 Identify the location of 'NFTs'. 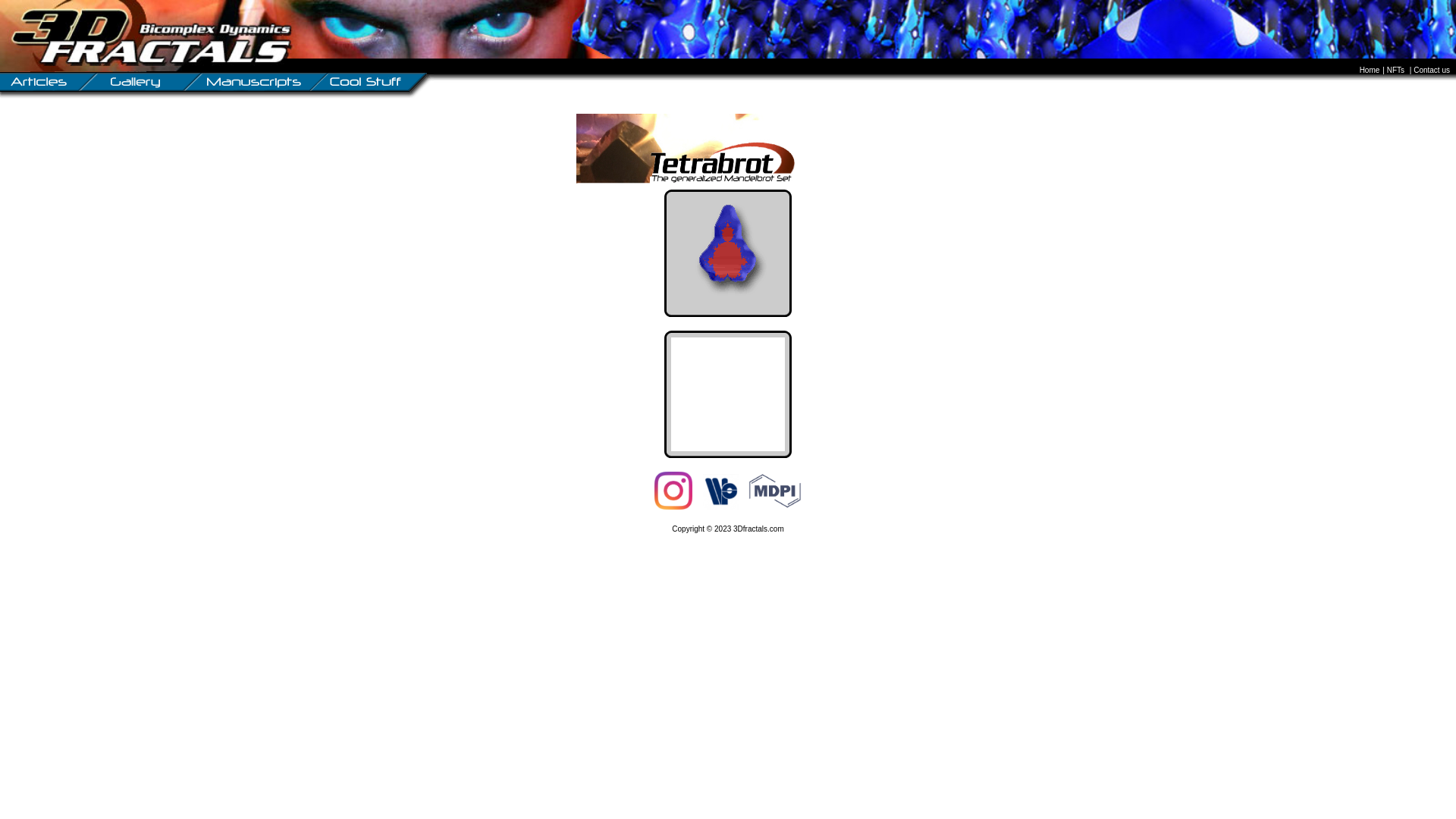
(1395, 70).